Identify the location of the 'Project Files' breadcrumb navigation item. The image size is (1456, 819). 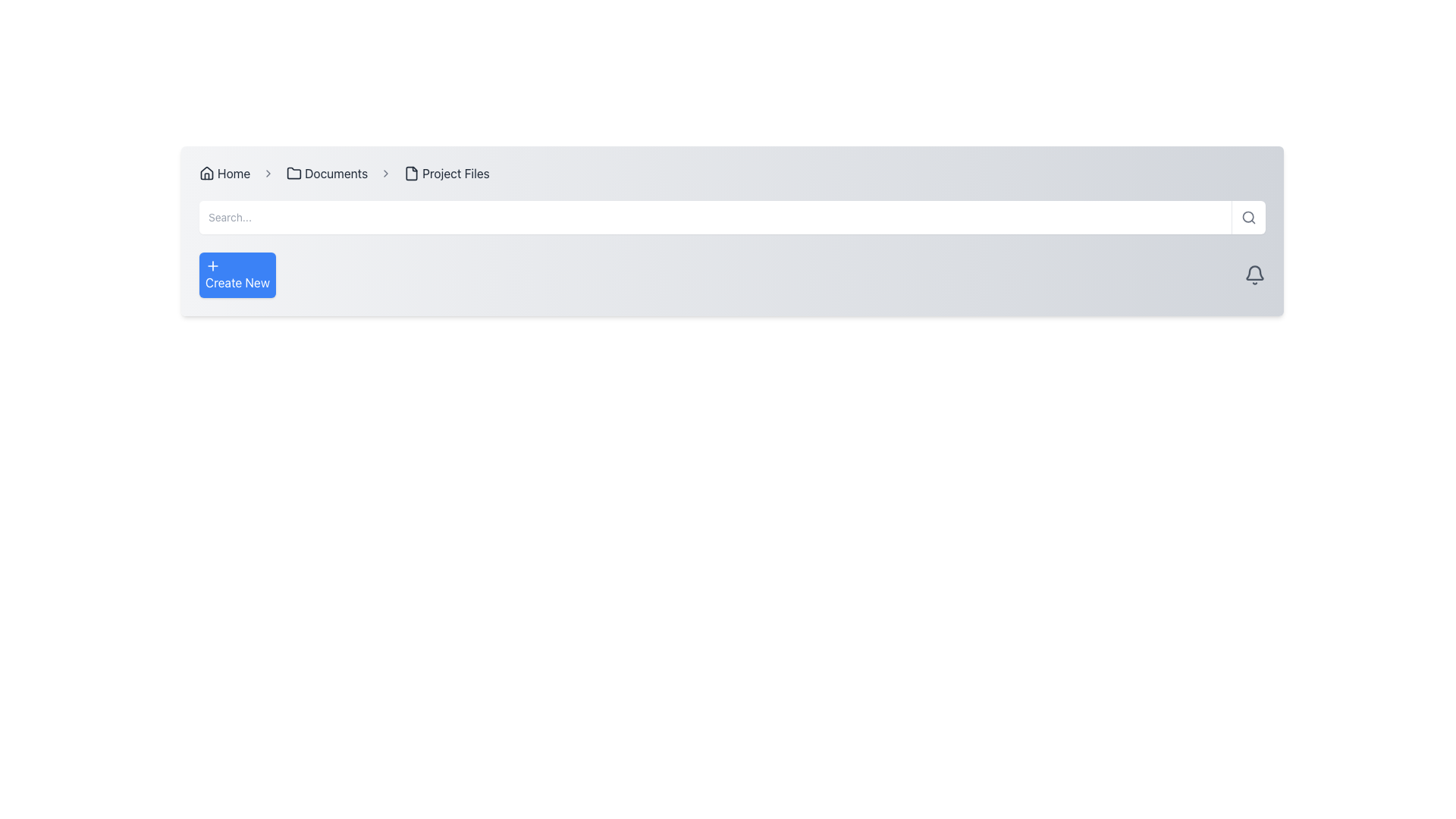
(446, 172).